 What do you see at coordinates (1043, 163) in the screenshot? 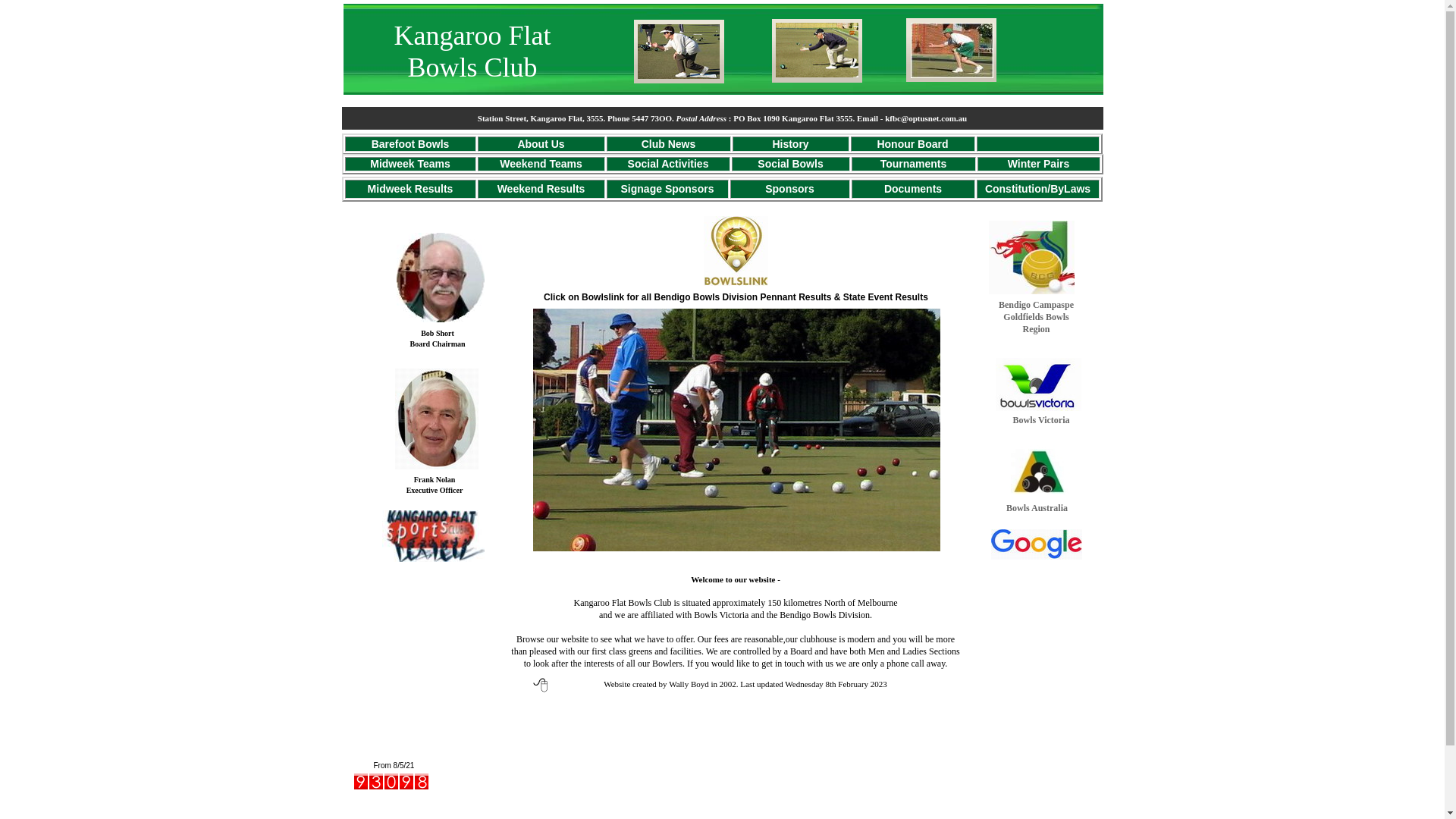
I see `'inter Pairs'` at bounding box center [1043, 163].